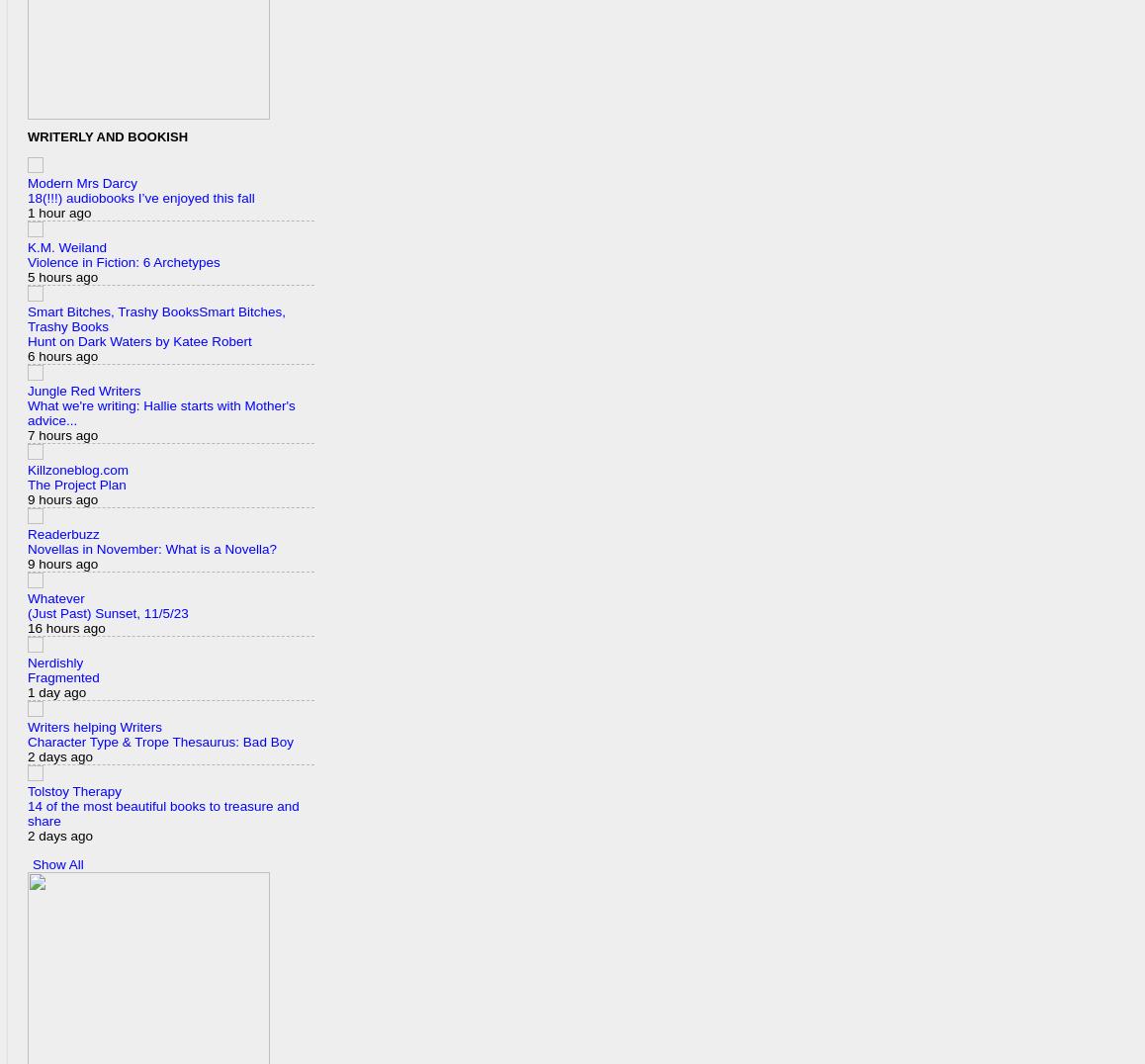 The image size is (1145, 1064). I want to click on 'Show All', so click(56, 863).